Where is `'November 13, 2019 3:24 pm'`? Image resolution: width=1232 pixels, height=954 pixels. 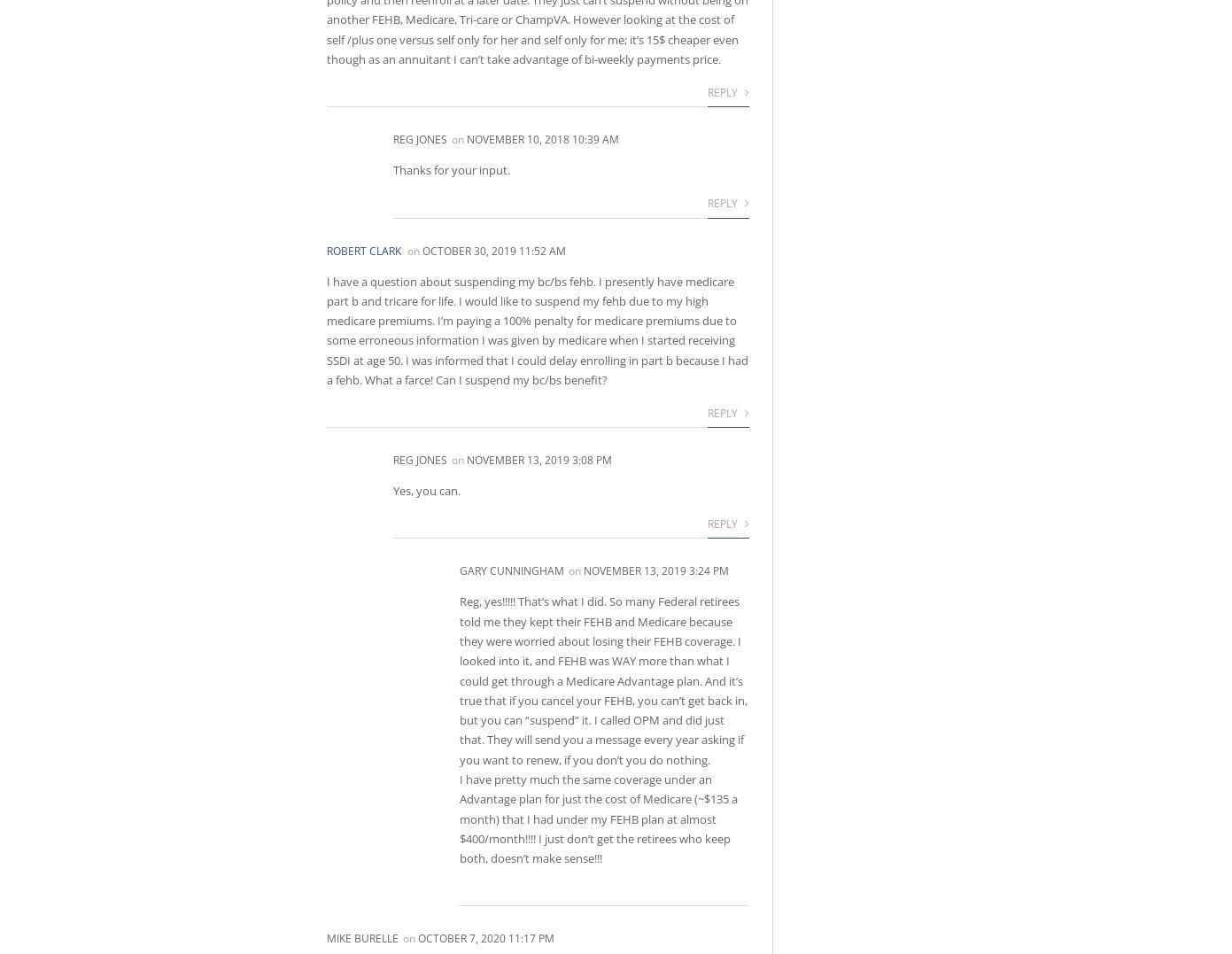 'November 13, 2019 3:24 pm' is located at coordinates (655, 570).